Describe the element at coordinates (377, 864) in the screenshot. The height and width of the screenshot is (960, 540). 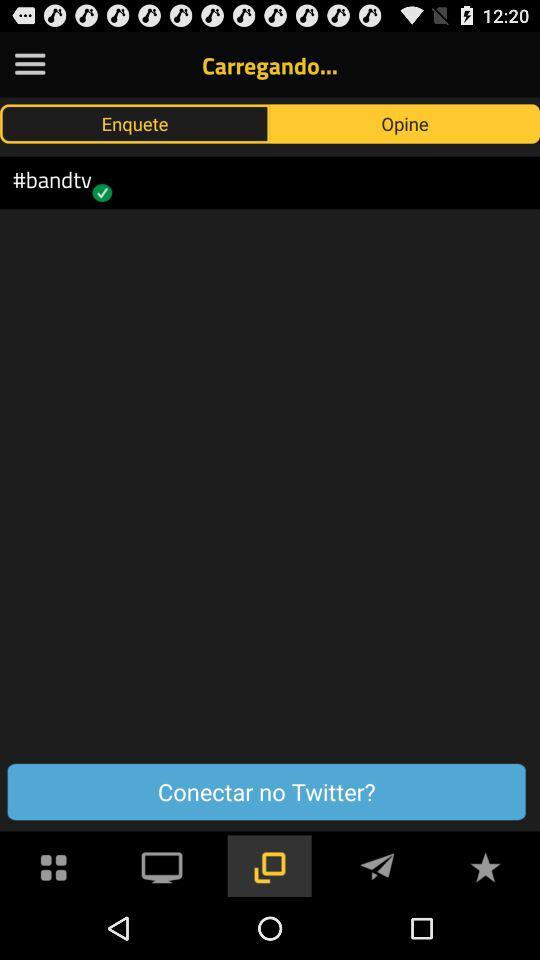
I see `send message` at that location.